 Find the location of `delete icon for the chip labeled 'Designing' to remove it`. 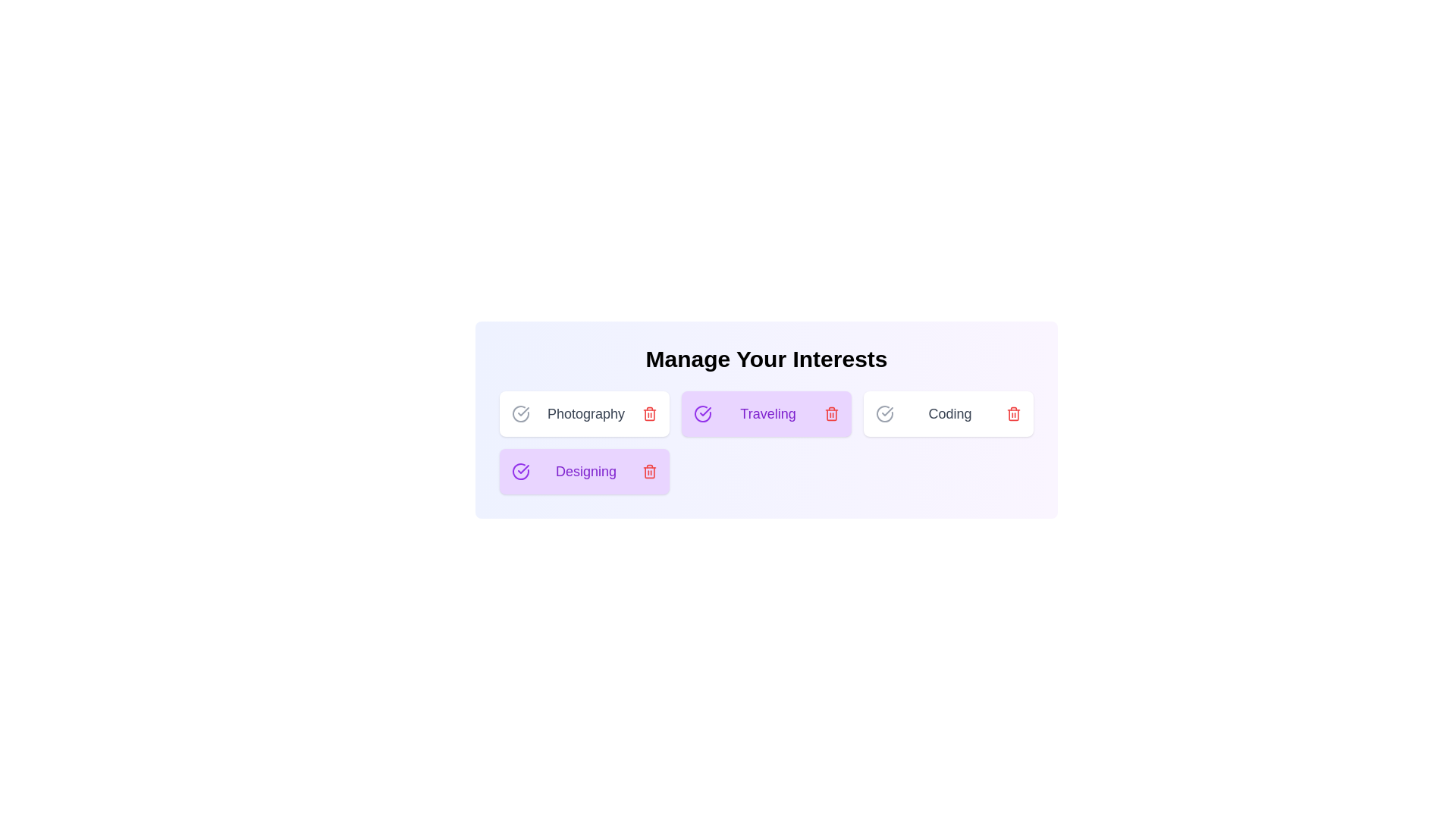

delete icon for the chip labeled 'Designing' to remove it is located at coordinates (650, 470).